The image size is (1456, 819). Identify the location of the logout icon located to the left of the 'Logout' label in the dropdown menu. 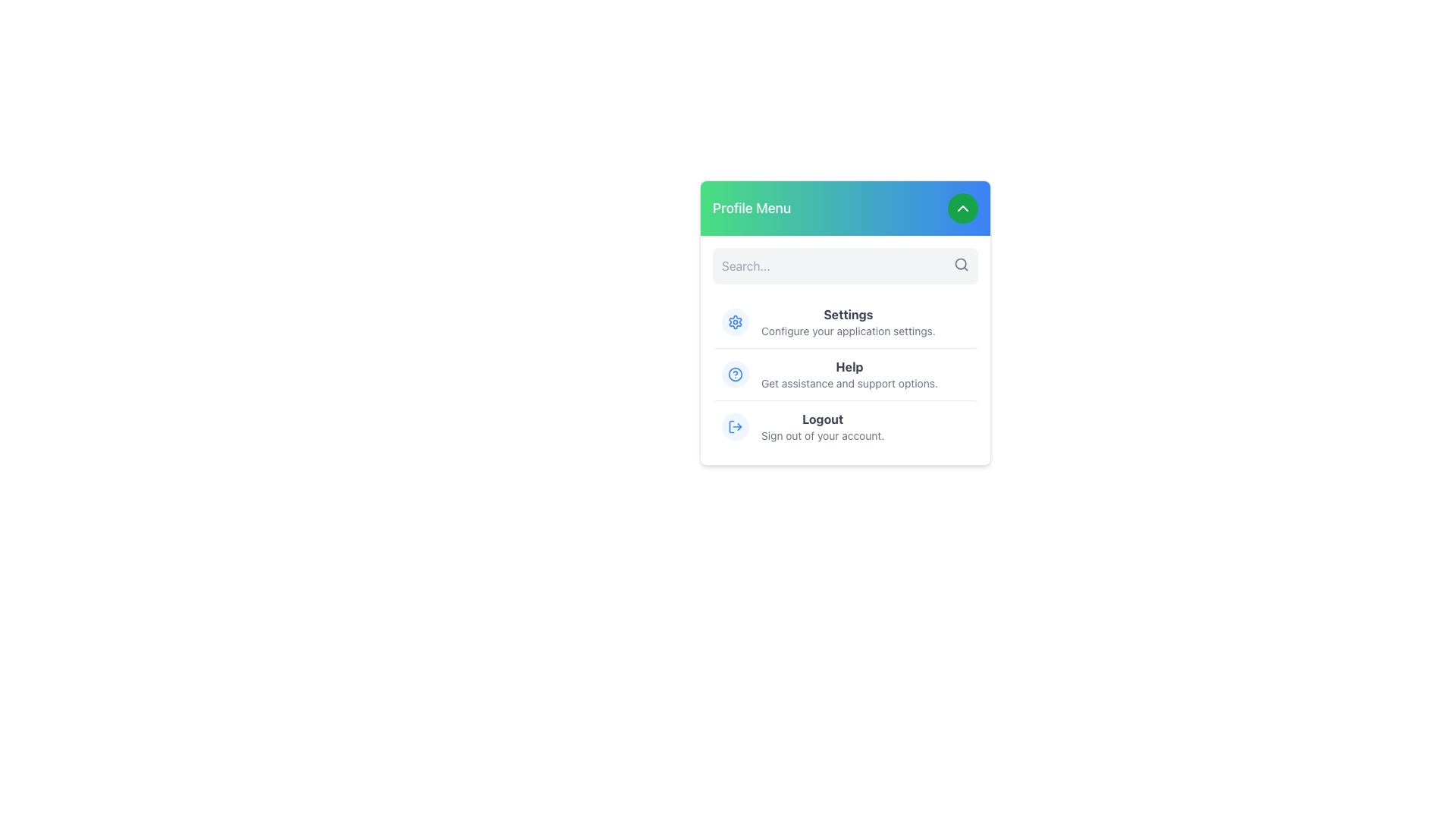
(735, 427).